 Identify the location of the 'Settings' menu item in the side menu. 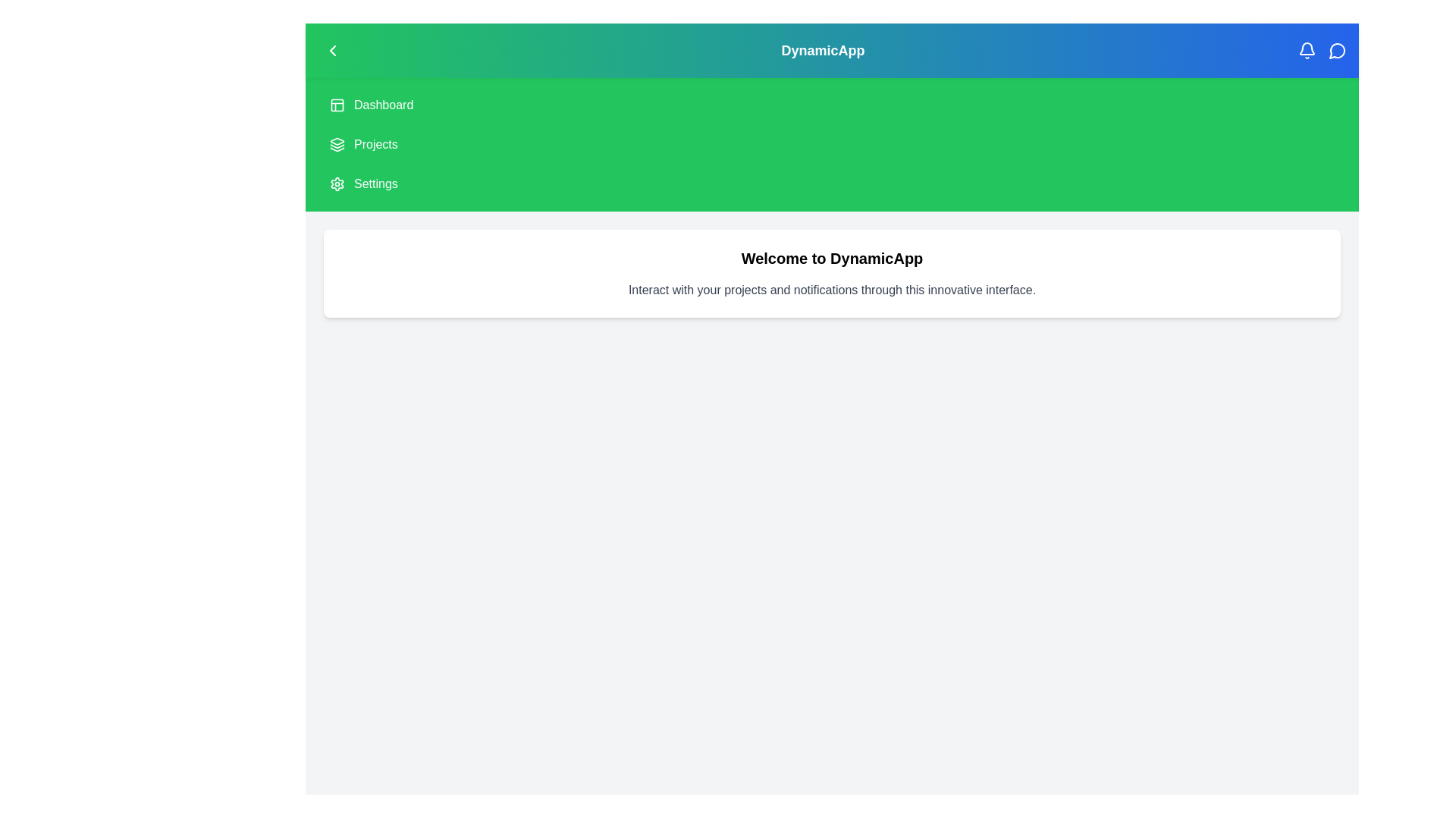
(375, 184).